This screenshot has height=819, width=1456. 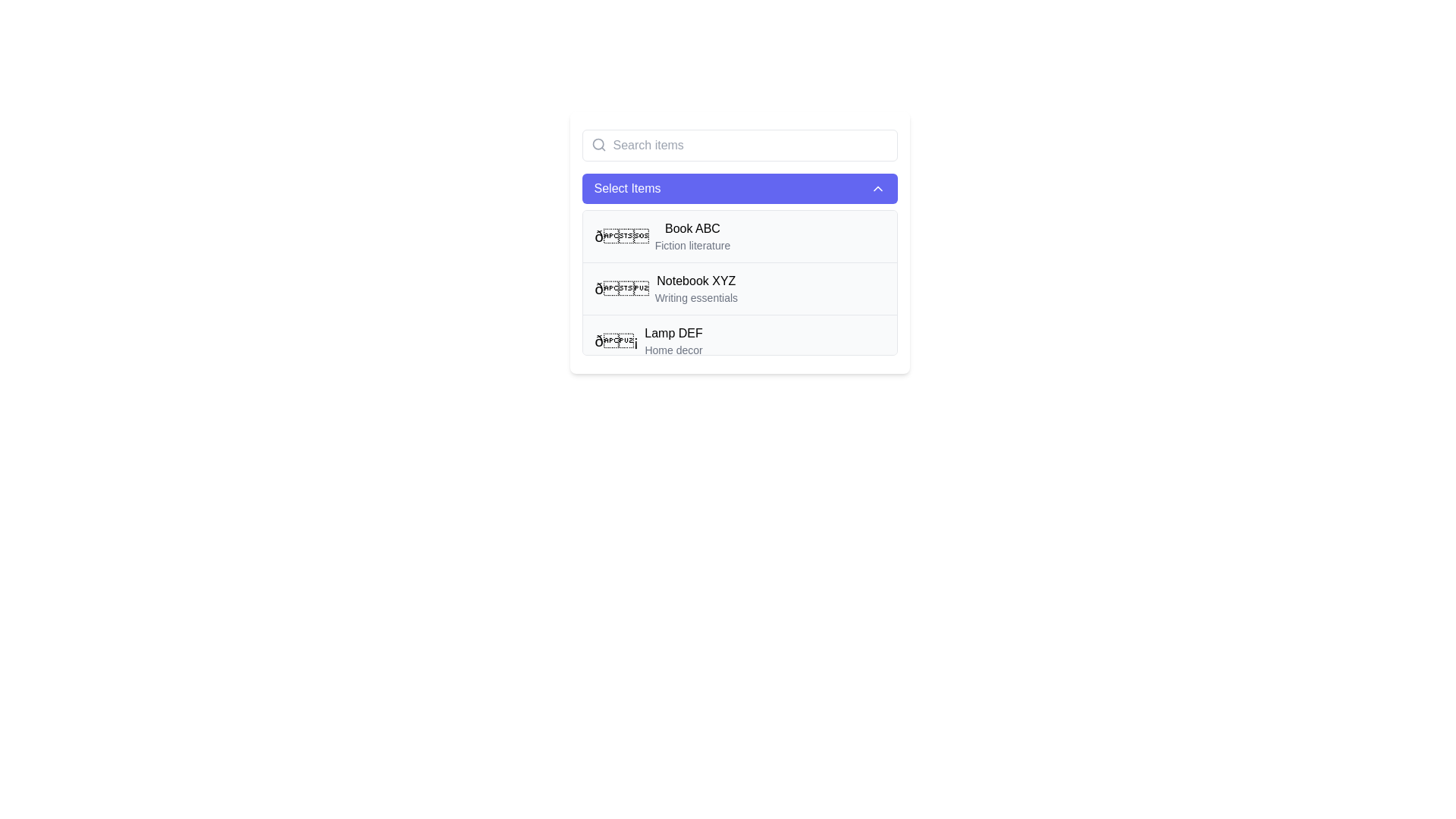 What do you see at coordinates (692, 245) in the screenshot?
I see `the static text label displaying 'Fiction literature', which is located below the title 'Book ABC.' in a vertical list under the header 'Select Items'` at bounding box center [692, 245].